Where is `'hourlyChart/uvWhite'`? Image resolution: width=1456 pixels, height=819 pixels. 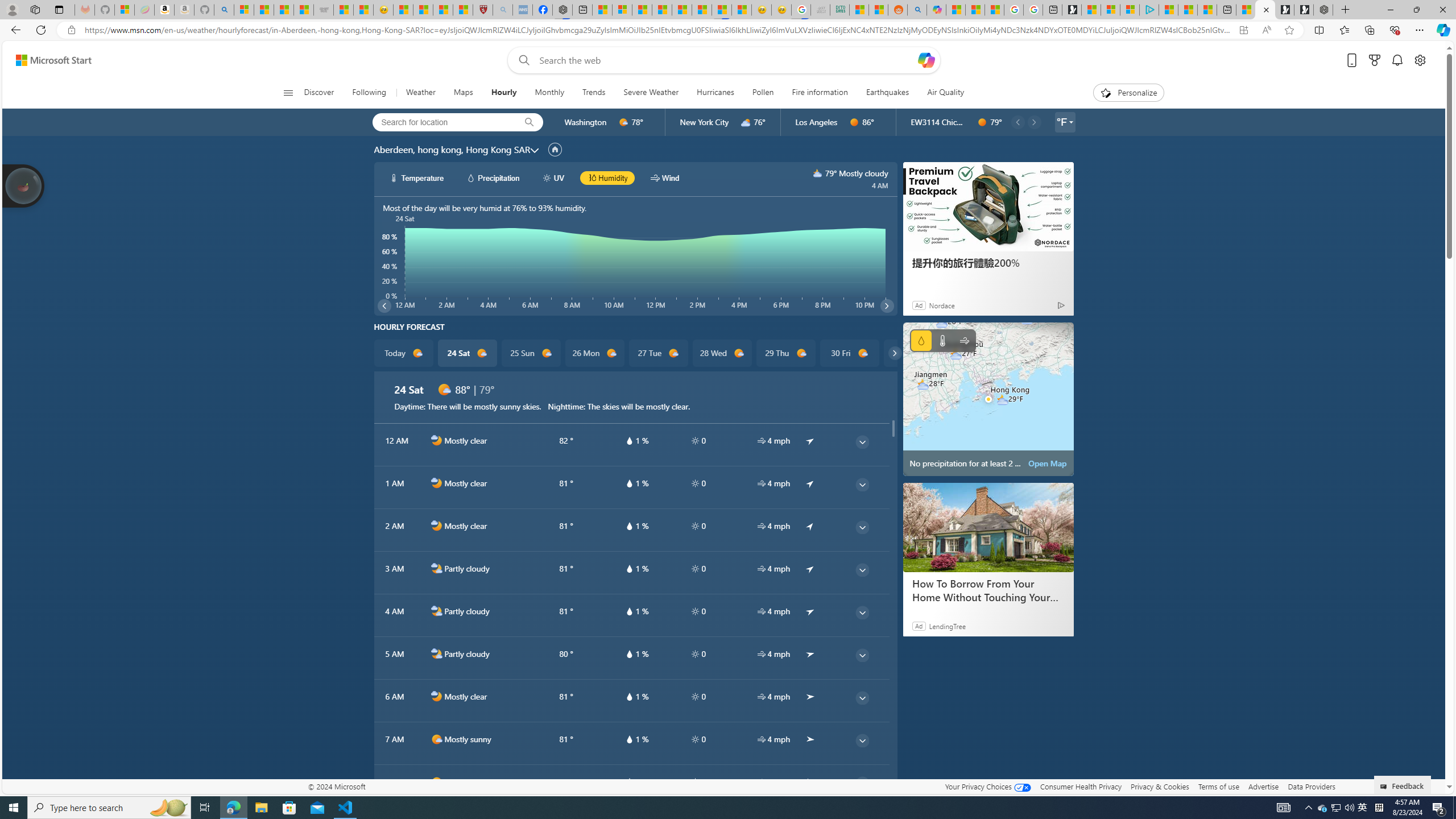 'hourlyChart/uvWhite' is located at coordinates (547, 177).